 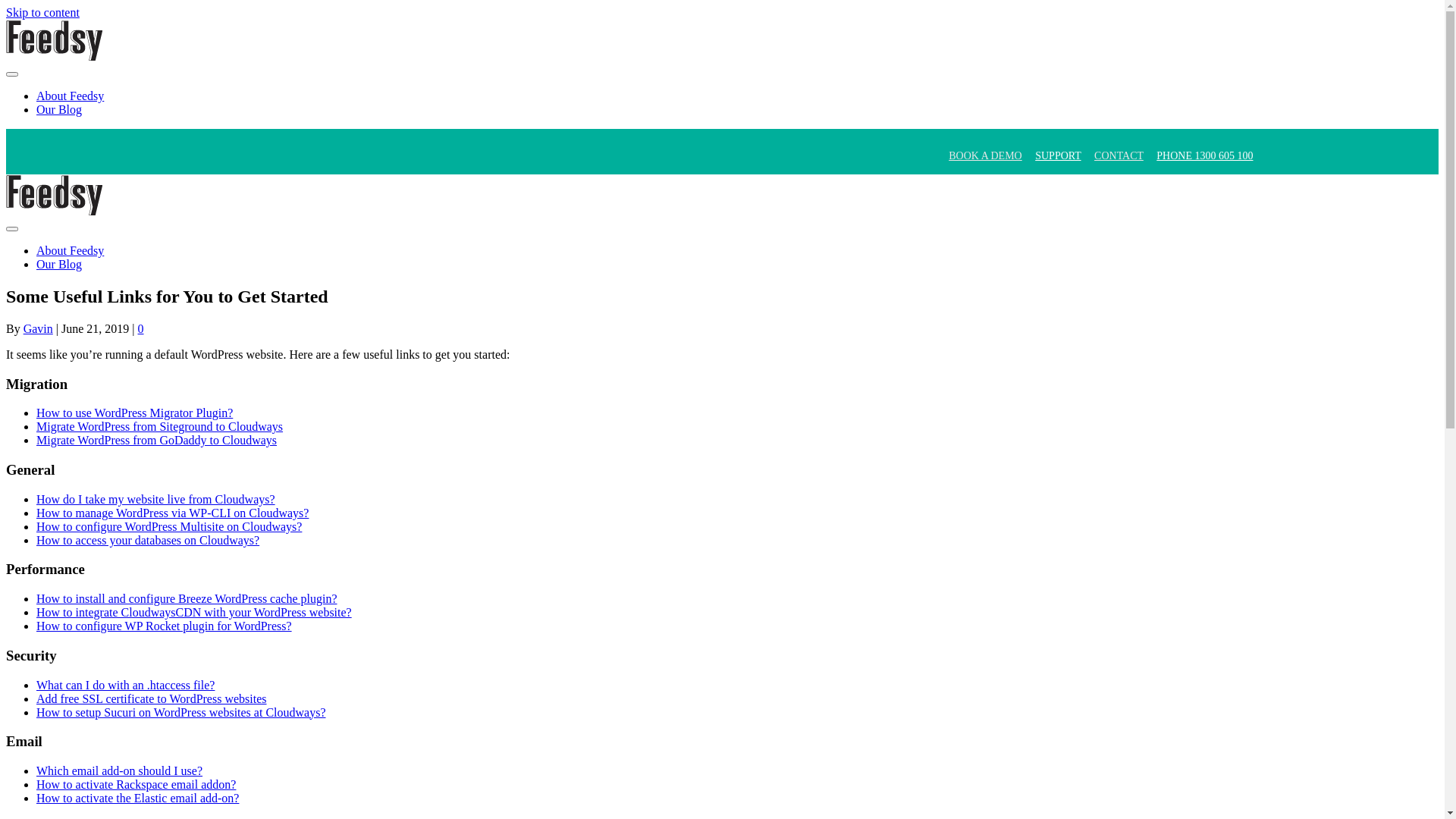 What do you see at coordinates (136, 784) in the screenshot?
I see `'How to activate Rackspace email addon?'` at bounding box center [136, 784].